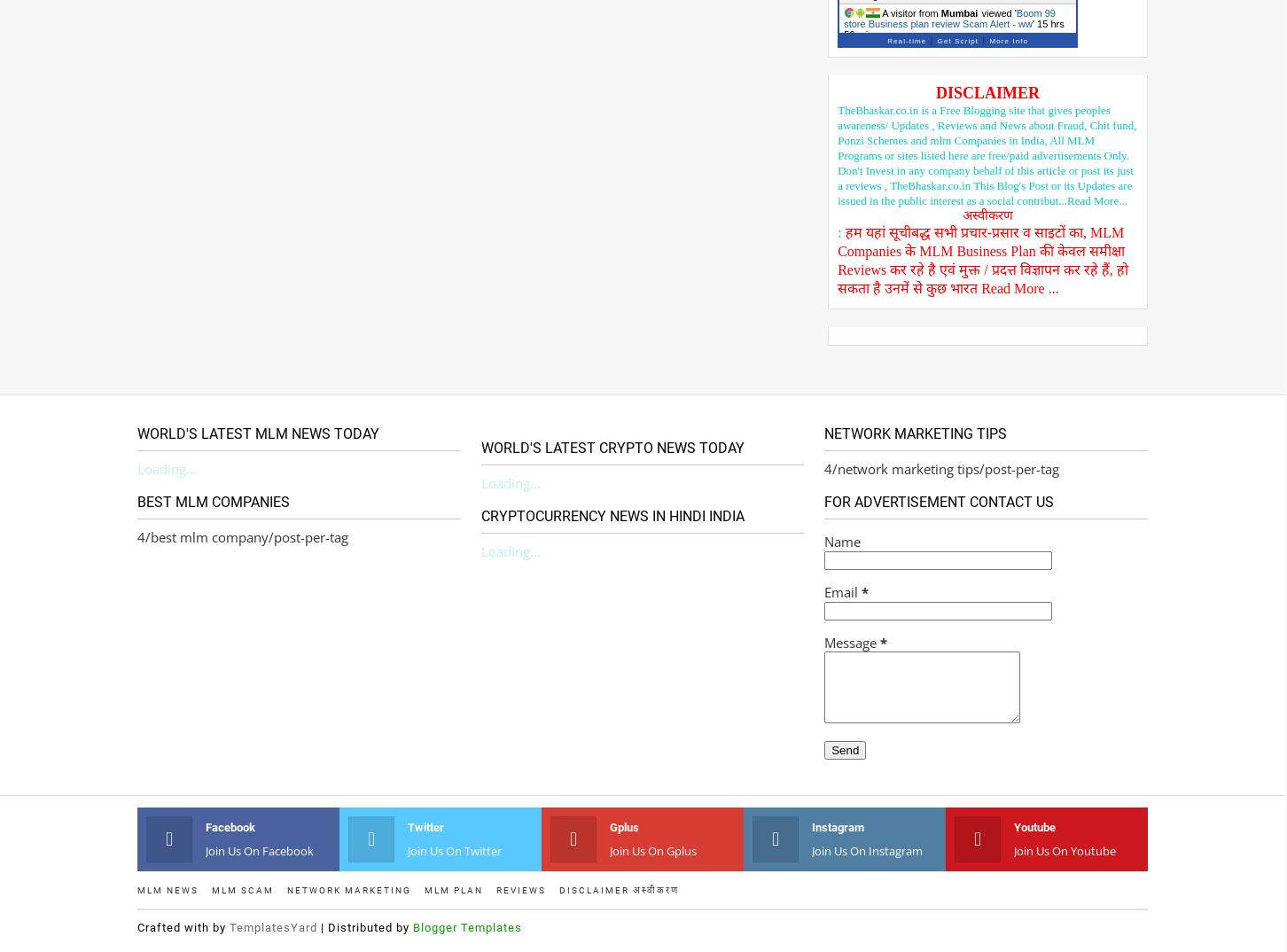 The height and width of the screenshot is (952, 1287). What do you see at coordinates (989, 40) in the screenshot?
I see `'More Info'` at bounding box center [989, 40].